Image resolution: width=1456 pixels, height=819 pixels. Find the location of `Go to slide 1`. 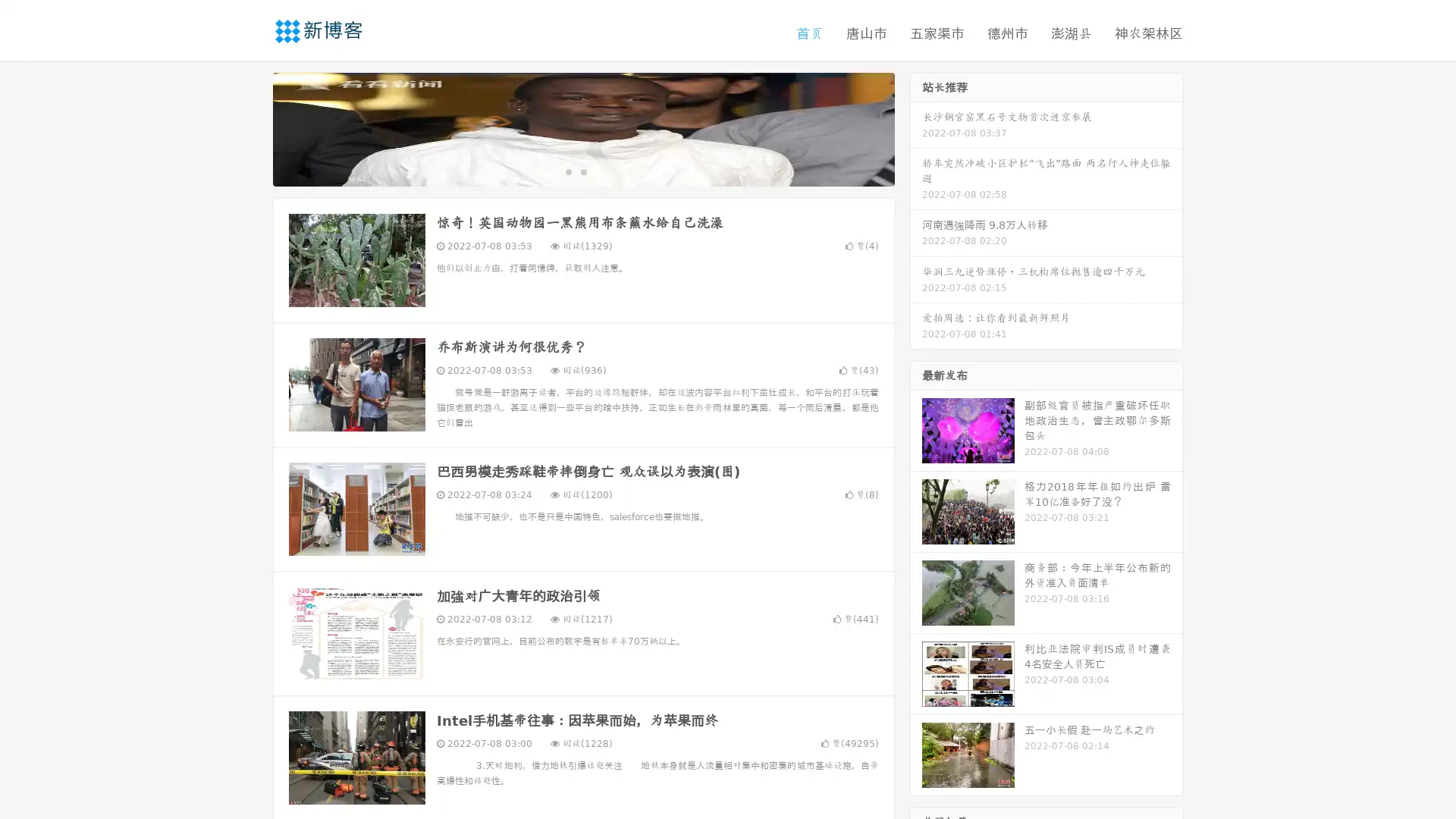

Go to slide 1 is located at coordinates (567, 171).